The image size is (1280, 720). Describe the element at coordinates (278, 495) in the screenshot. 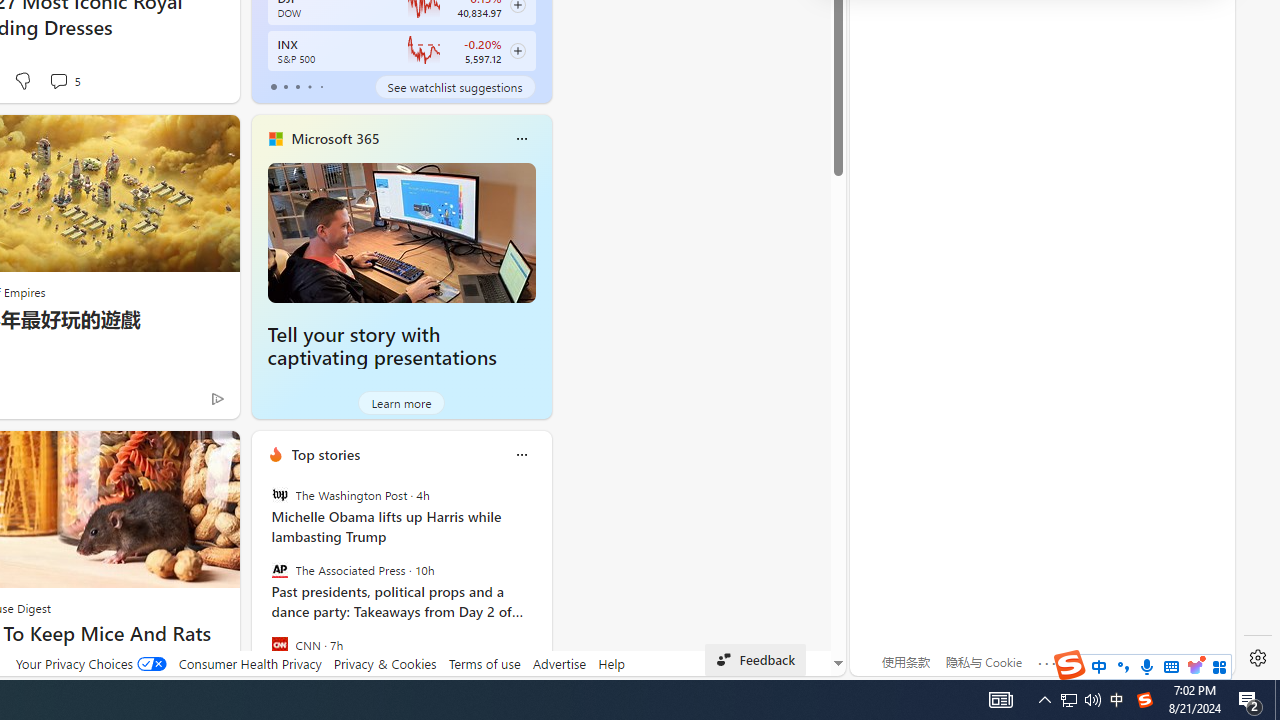

I see `'The Washington Post'` at that location.